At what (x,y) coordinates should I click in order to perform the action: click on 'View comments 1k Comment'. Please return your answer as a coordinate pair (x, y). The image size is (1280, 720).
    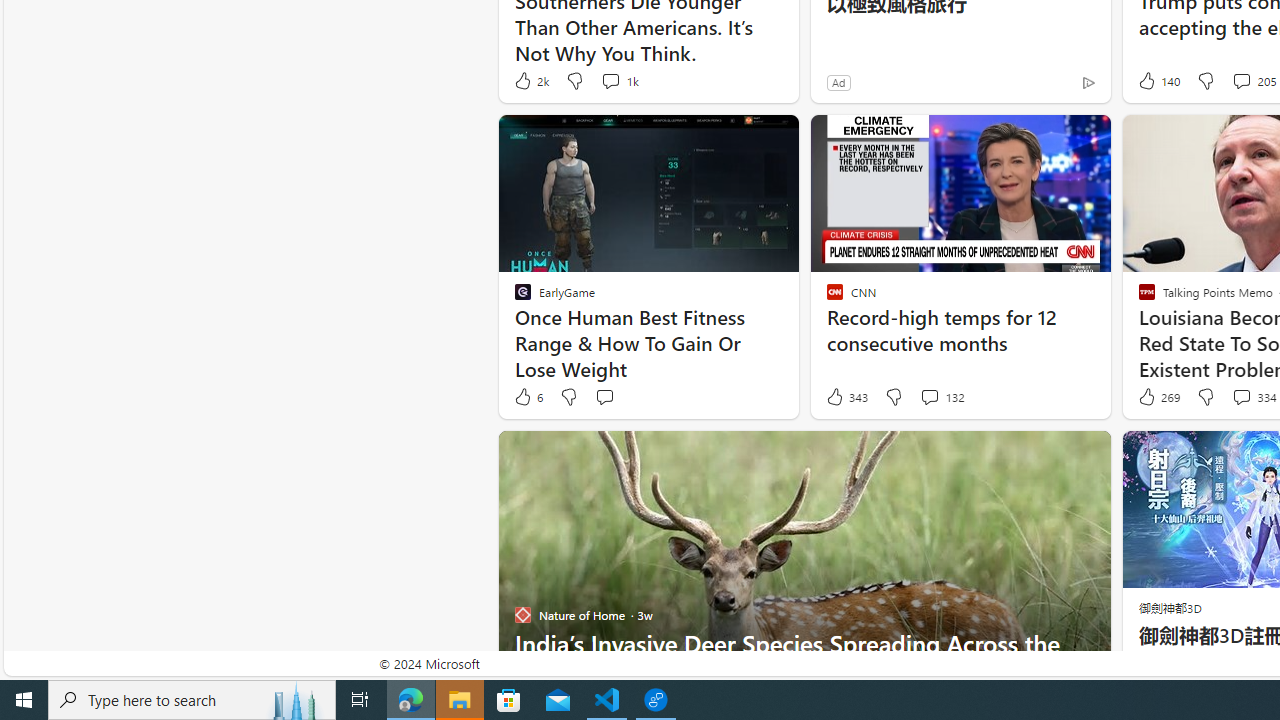
    Looking at the image, I should click on (609, 80).